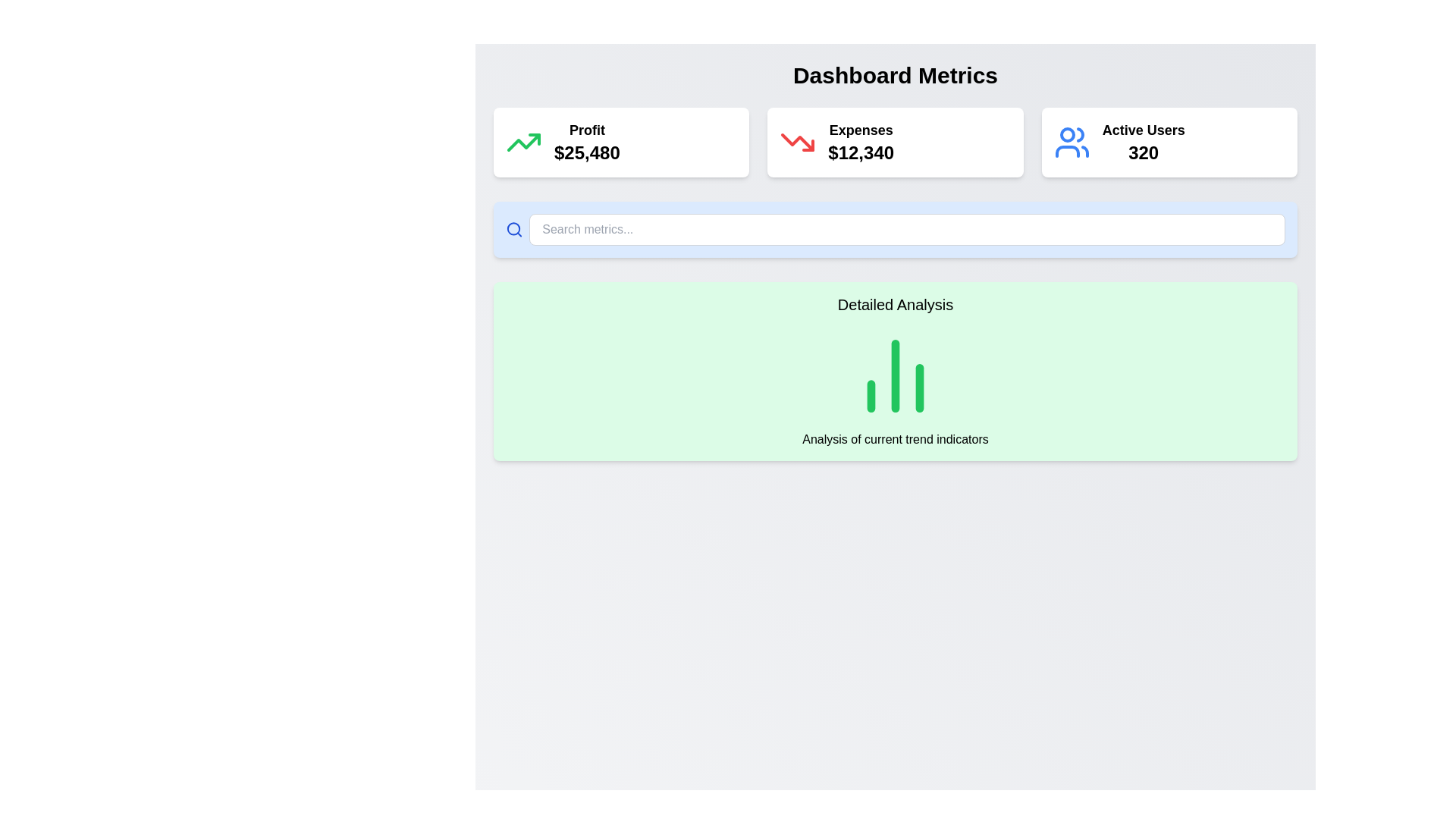  Describe the element at coordinates (797, 143) in the screenshot. I see `the downward trend SVG icon located at the upper part of the interface, near the center horizontally, and aligned with the 'Expenses' card` at that location.